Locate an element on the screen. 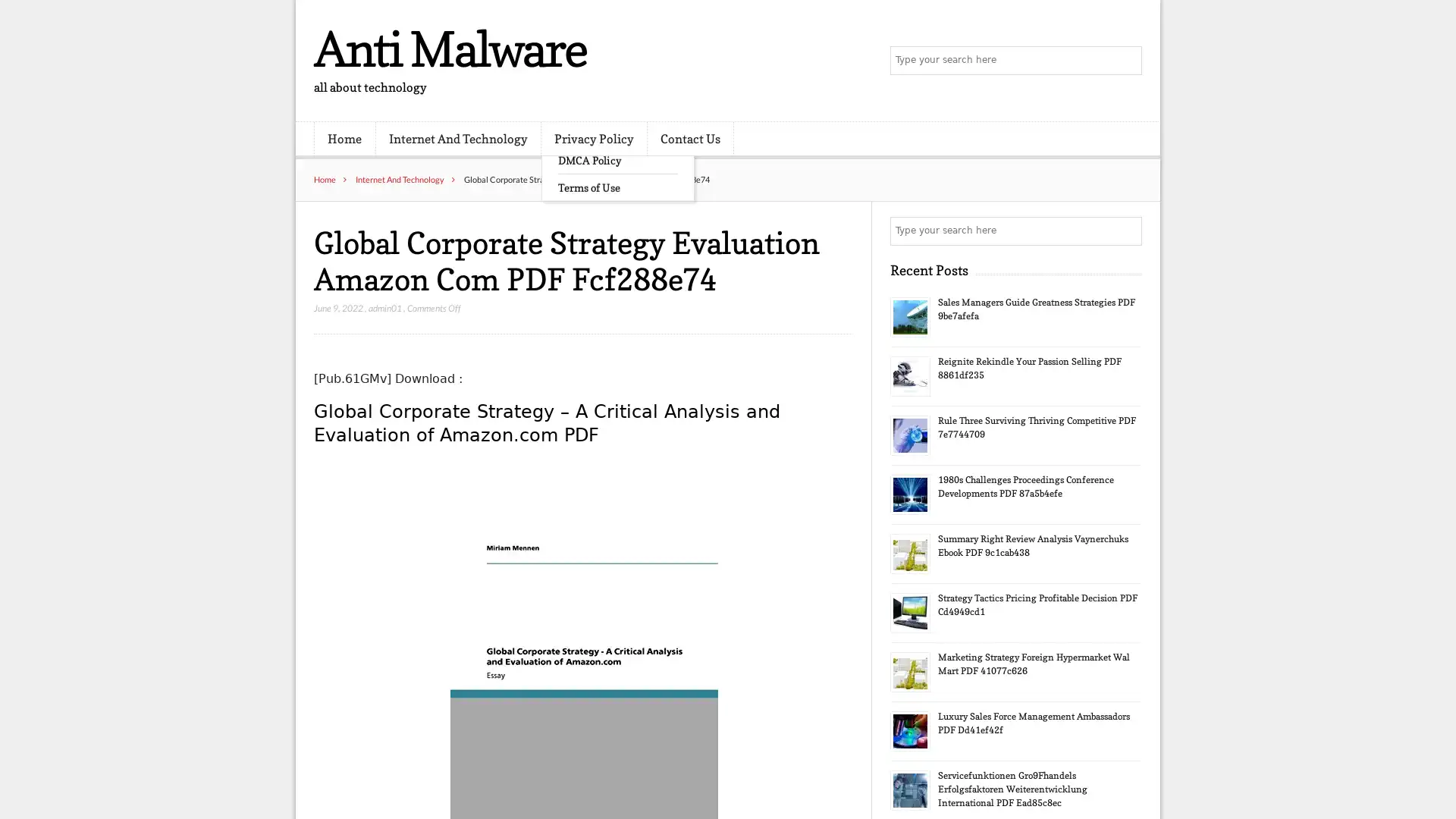 The height and width of the screenshot is (819, 1456). Search is located at coordinates (1126, 61).